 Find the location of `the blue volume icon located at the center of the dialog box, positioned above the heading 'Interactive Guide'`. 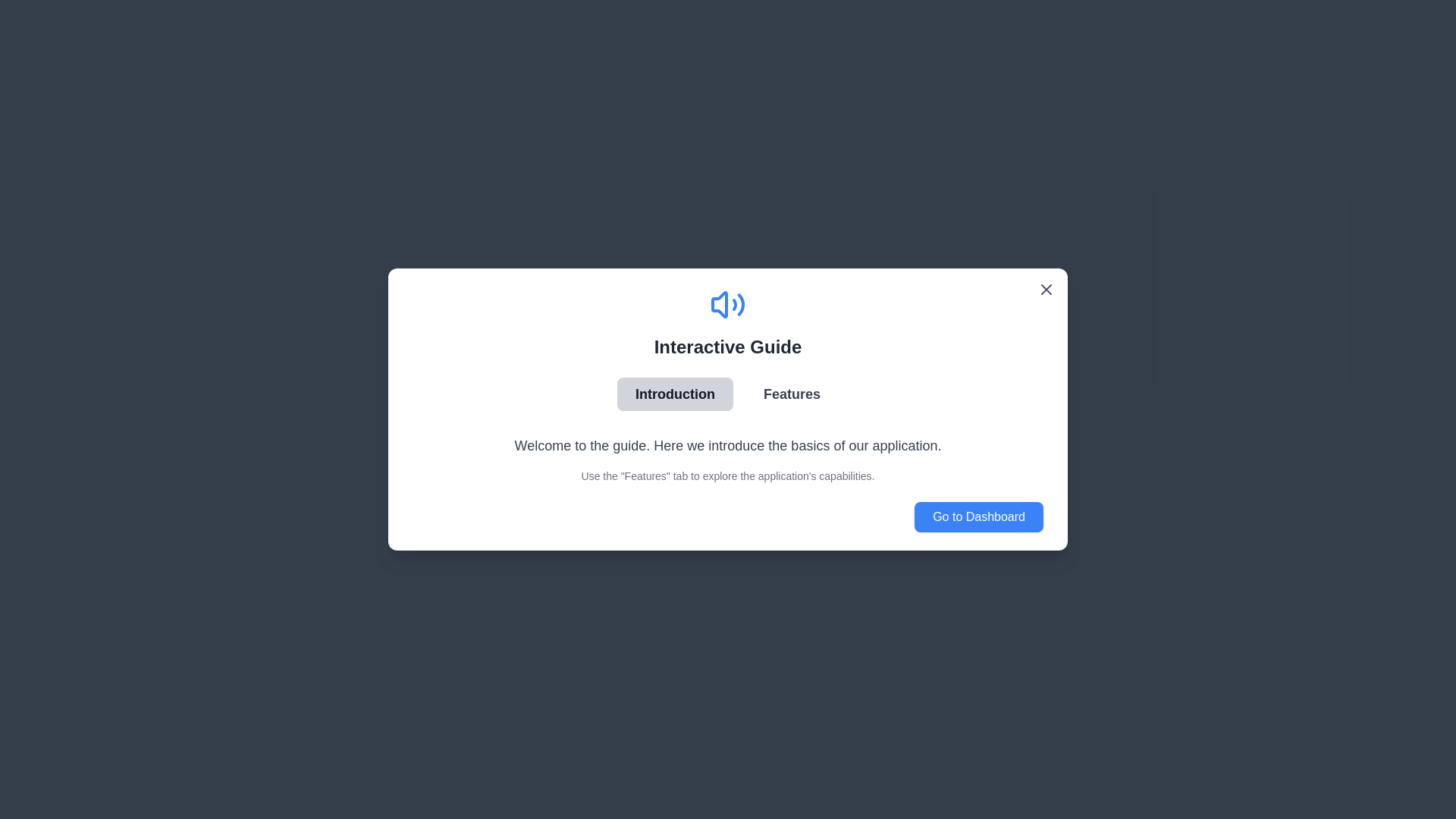

the blue volume icon located at the center of the dialog box, positioned above the heading 'Interactive Guide' is located at coordinates (728, 304).